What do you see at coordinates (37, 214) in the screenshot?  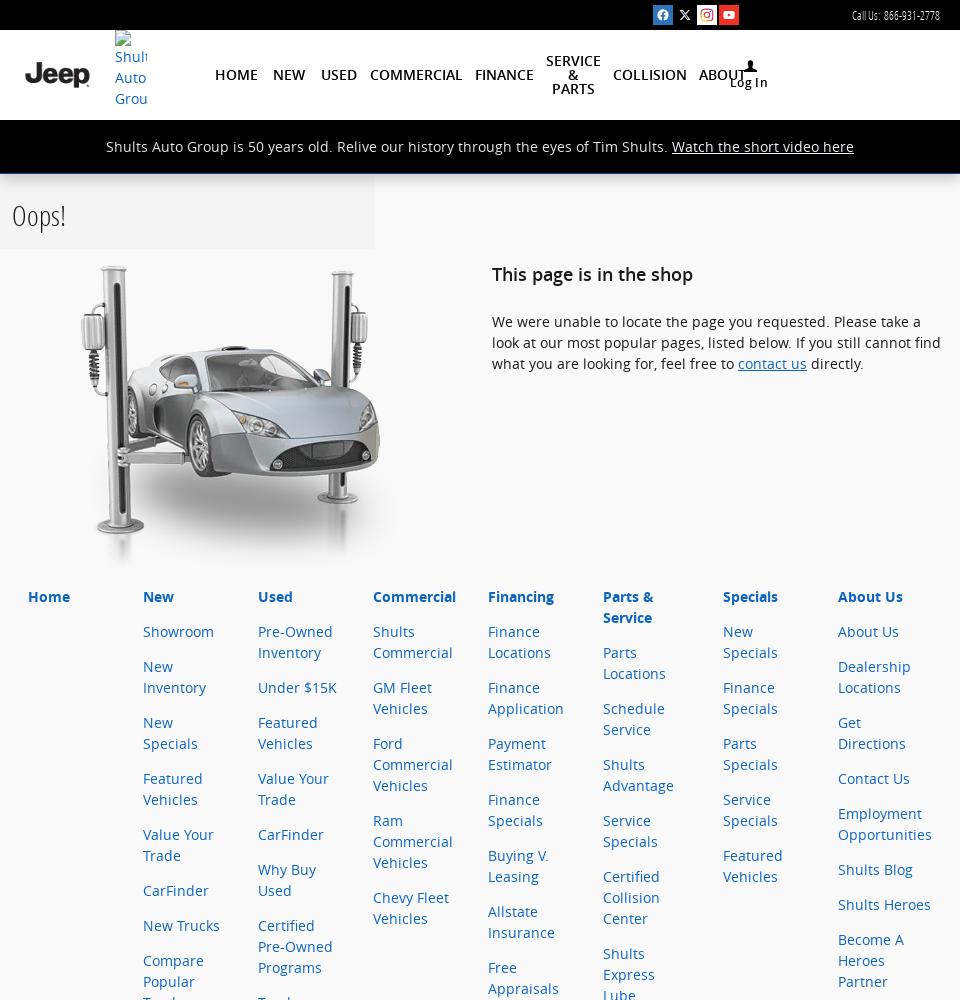 I see `'Oops!'` at bounding box center [37, 214].